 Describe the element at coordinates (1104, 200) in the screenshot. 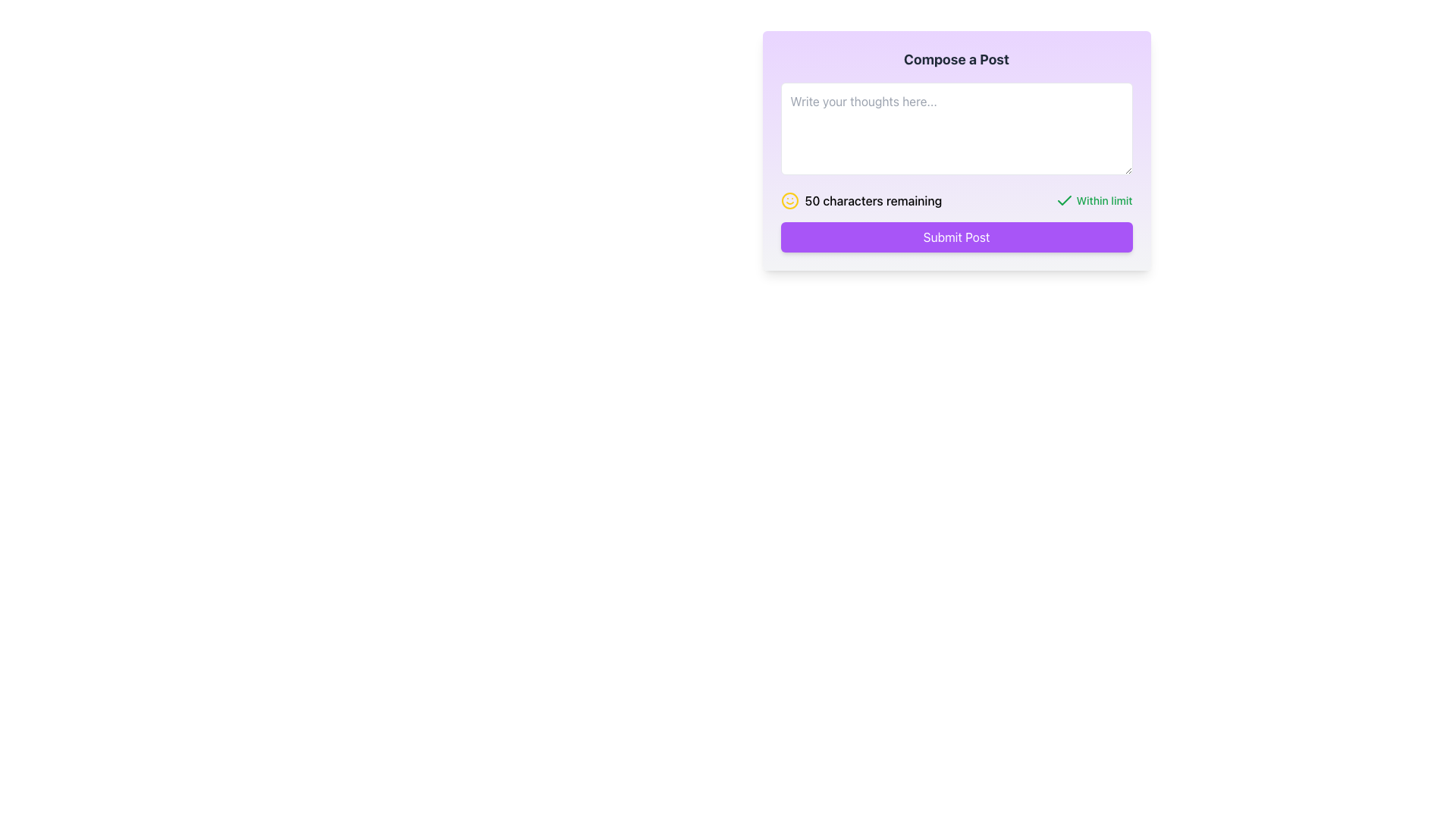

I see `status indicator label located at the bottom right corner of the post composition area, which appears immediately to the right of a green checkmark icon` at that location.